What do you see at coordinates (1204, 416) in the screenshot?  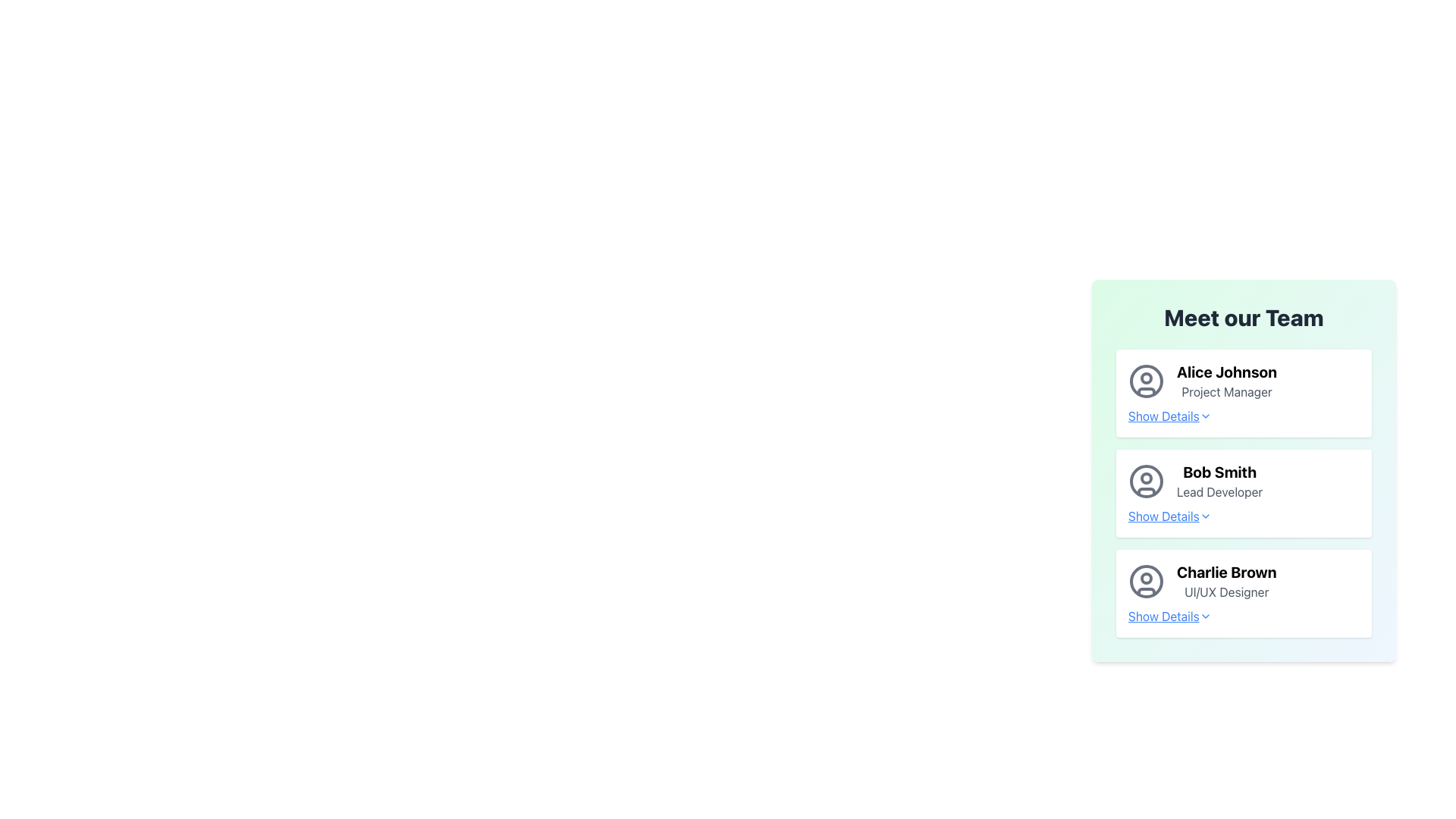 I see `the downwards-pointing chevron icon next to the 'Show Details' text link for Alice Johnson, Project Manager` at bounding box center [1204, 416].